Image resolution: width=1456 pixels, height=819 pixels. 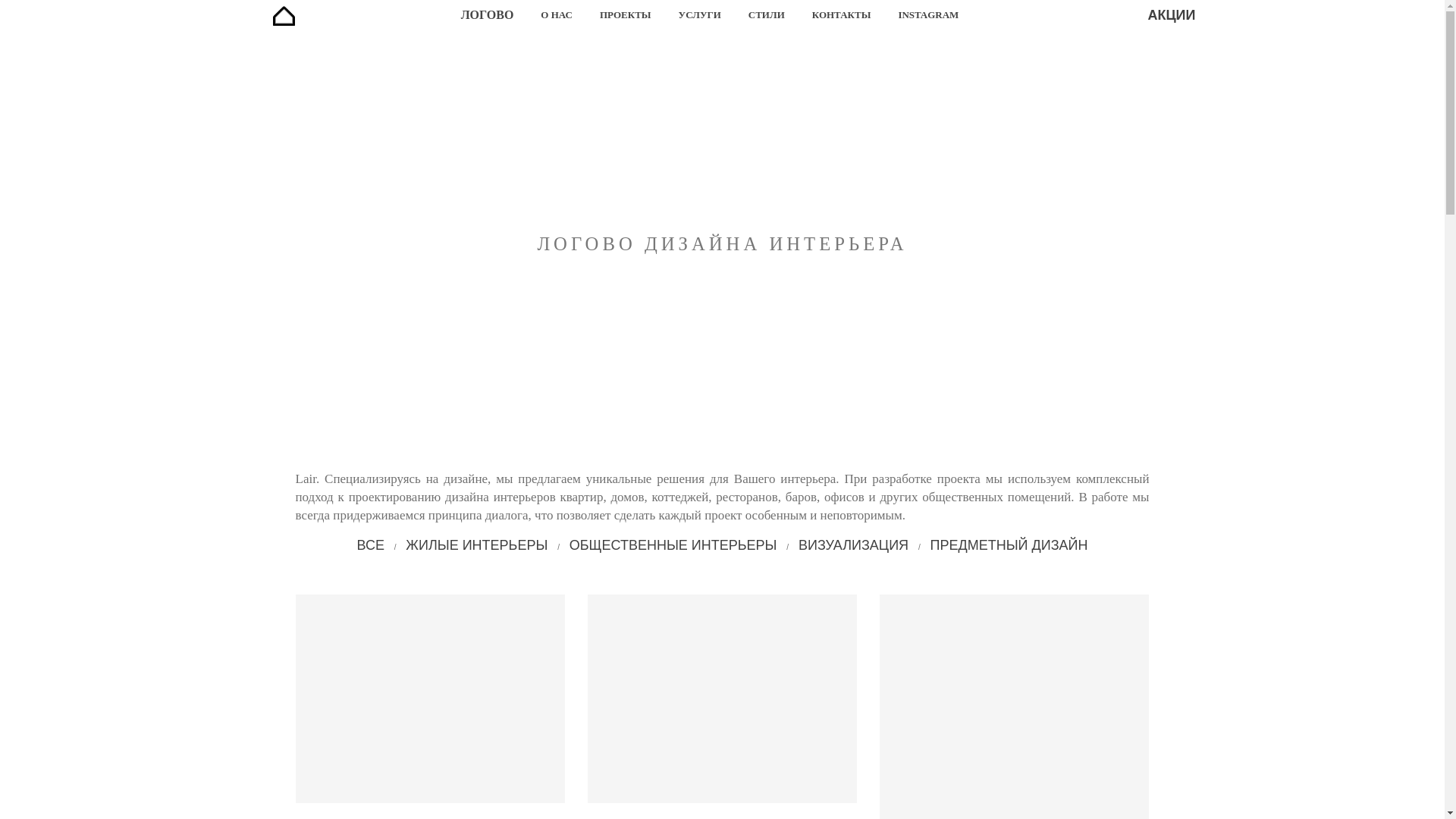 I want to click on 'INSTAGRAM', so click(x=927, y=14).